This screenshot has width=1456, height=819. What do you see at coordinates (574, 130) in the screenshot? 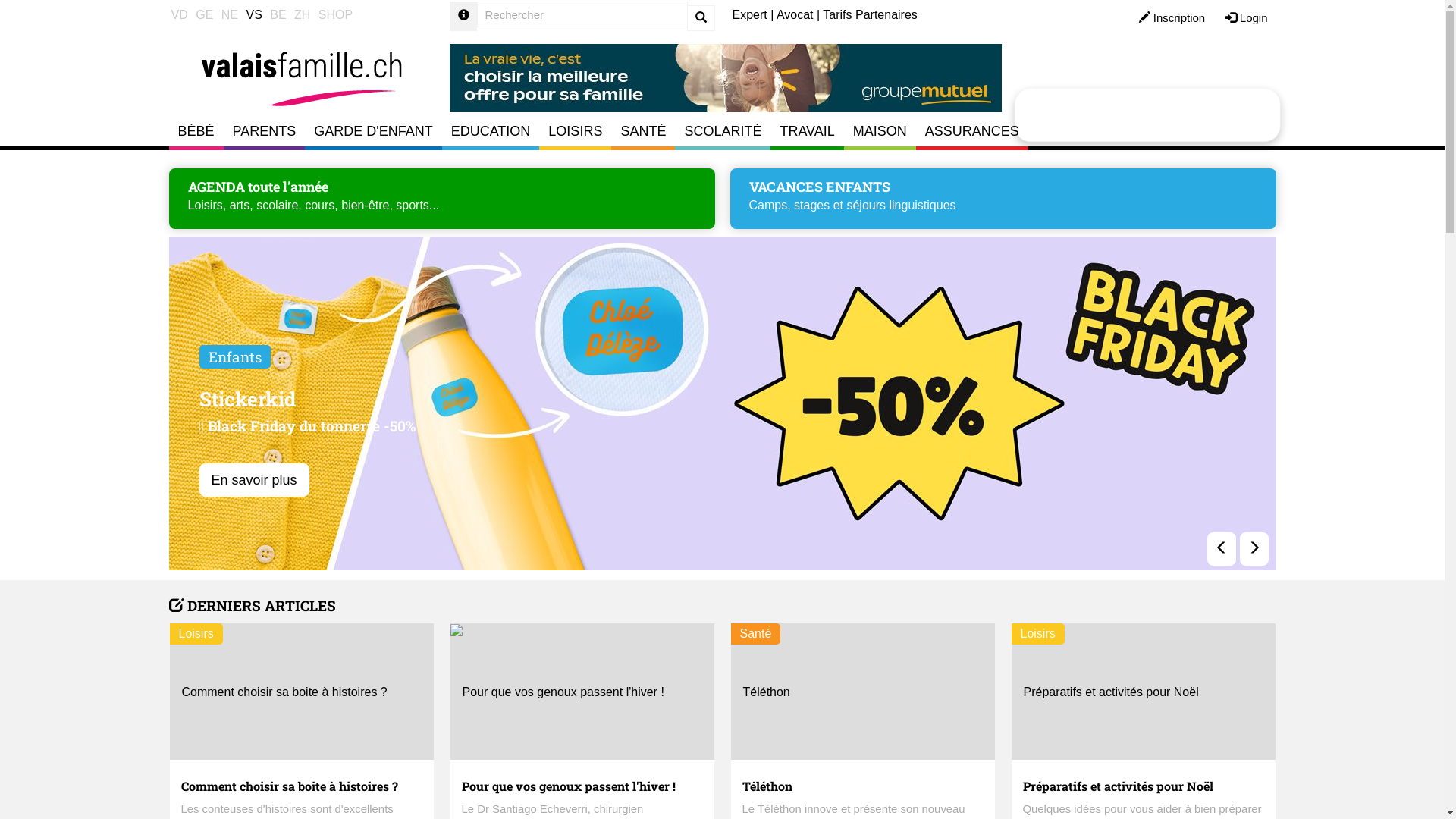
I see `'LOISIRS'` at bounding box center [574, 130].